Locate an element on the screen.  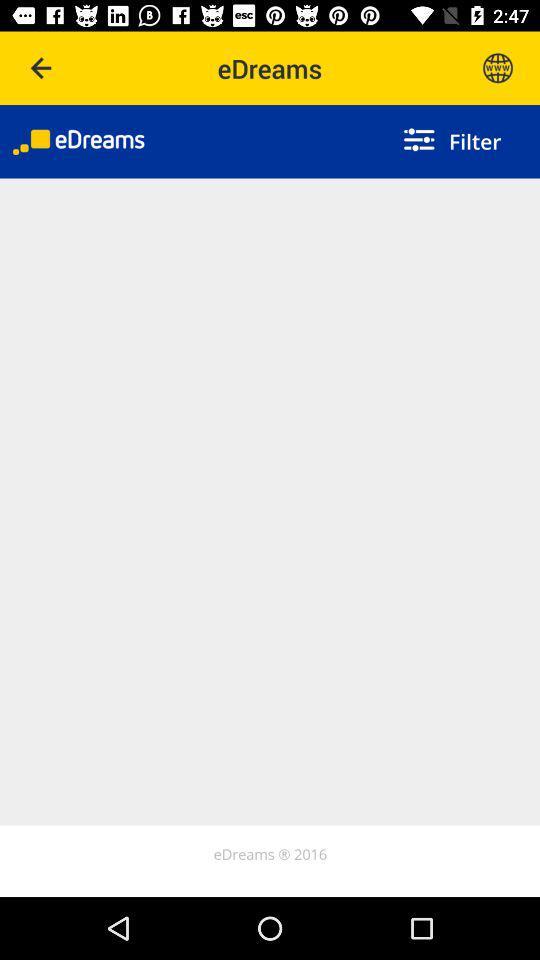
previous is located at coordinates (42, 68).